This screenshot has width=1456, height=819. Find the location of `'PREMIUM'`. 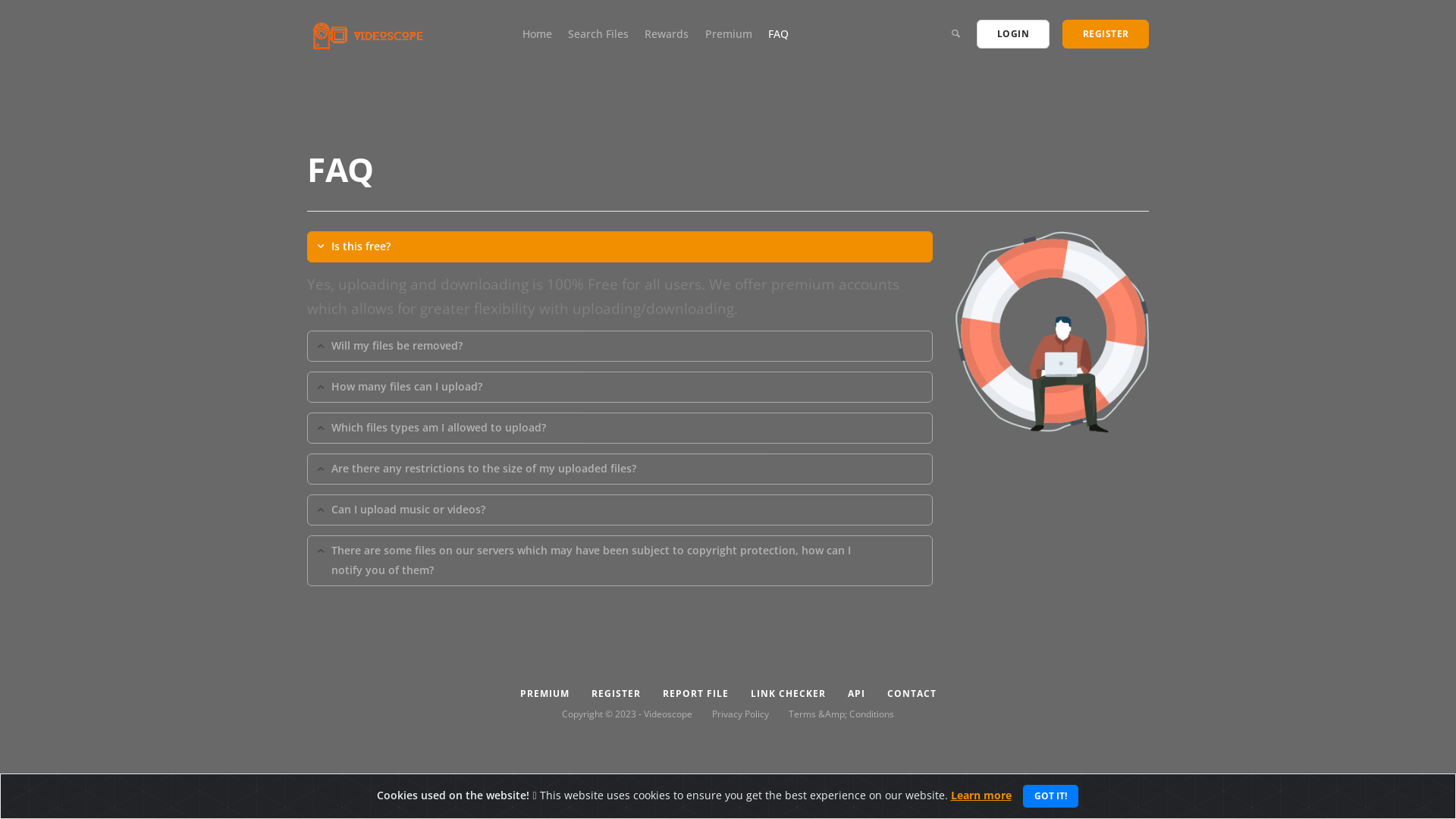

'PREMIUM' is located at coordinates (544, 693).